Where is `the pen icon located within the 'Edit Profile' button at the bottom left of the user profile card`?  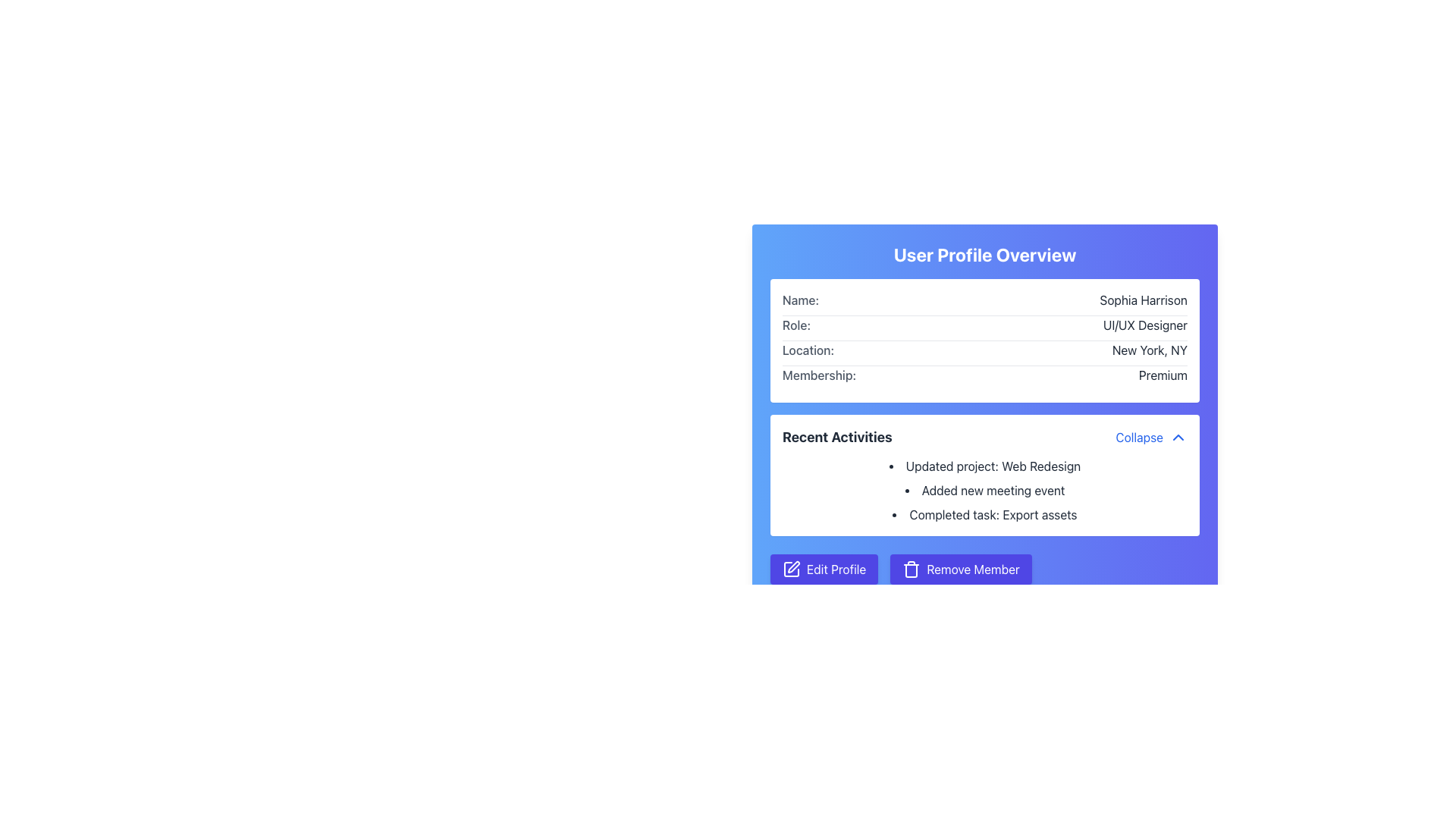 the pen icon located within the 'Edit Profile' button at the bottom left of the user profile card is located at coordinates (792, 567).